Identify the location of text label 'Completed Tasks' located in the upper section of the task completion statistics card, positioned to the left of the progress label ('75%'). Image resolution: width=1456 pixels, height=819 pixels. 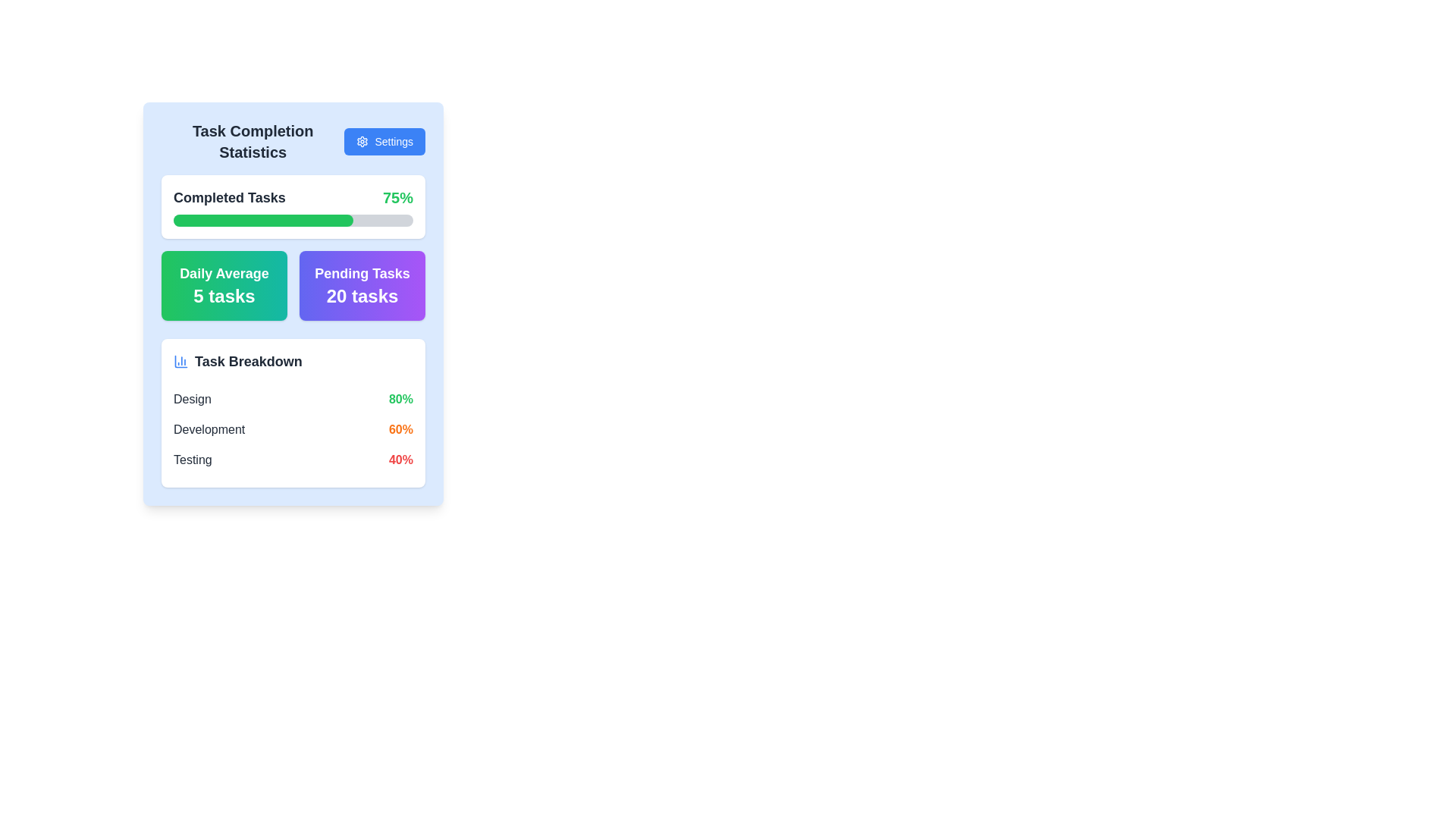
(228, 197).